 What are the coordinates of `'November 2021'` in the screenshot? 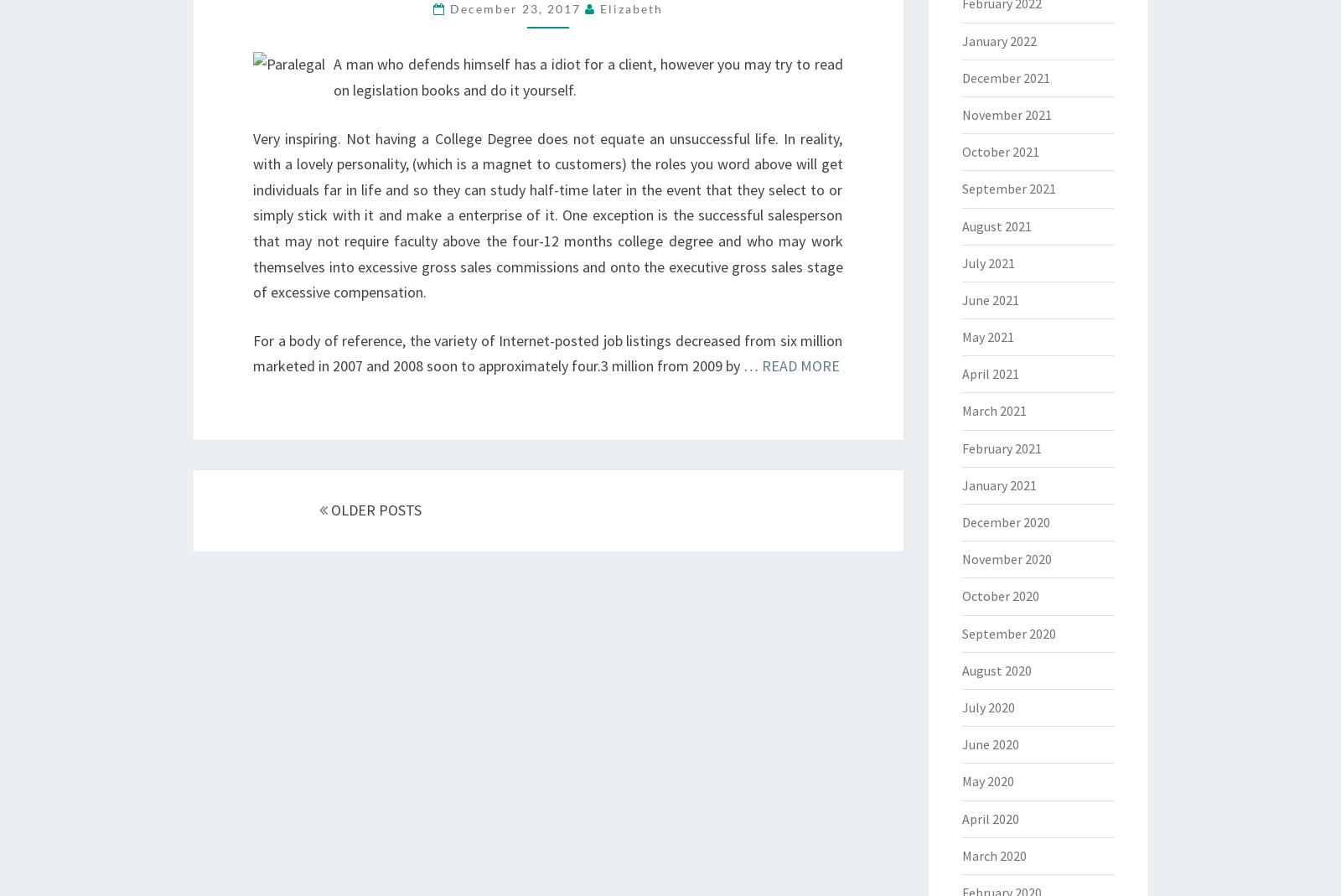 It's located at (1006, 113).